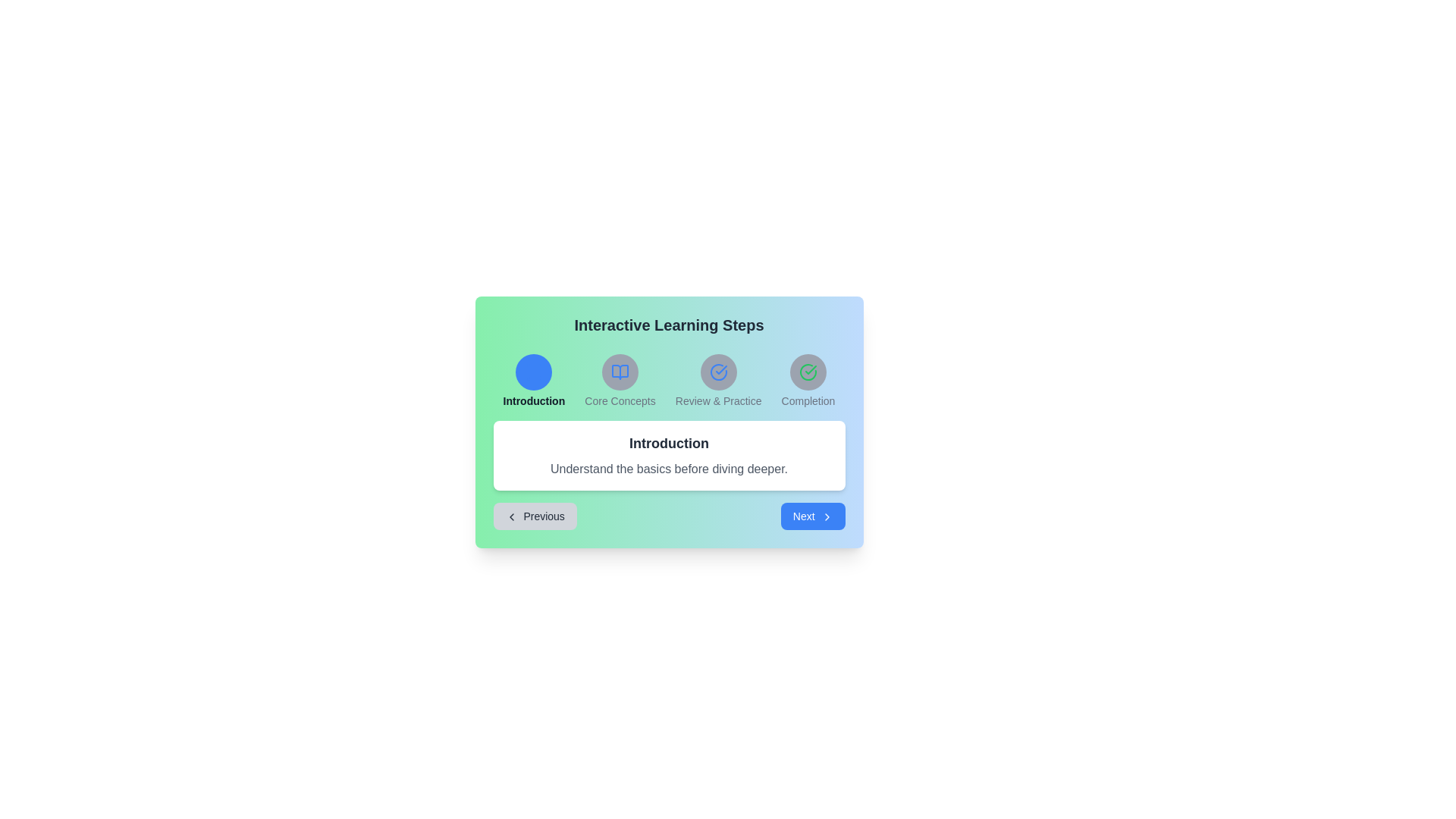 Image resolution: width=1456 pixels, height=819 pixels. What do you see at coordinates (668, 422) in the screenshot?
I see `content displayed in the white box of the card-like interface section titled 'Interactive Learning Steps', which contains the subtitle 'Introduction' and the description 'Understand the basics before diving deeper.'` at bounding box center [668, 422].